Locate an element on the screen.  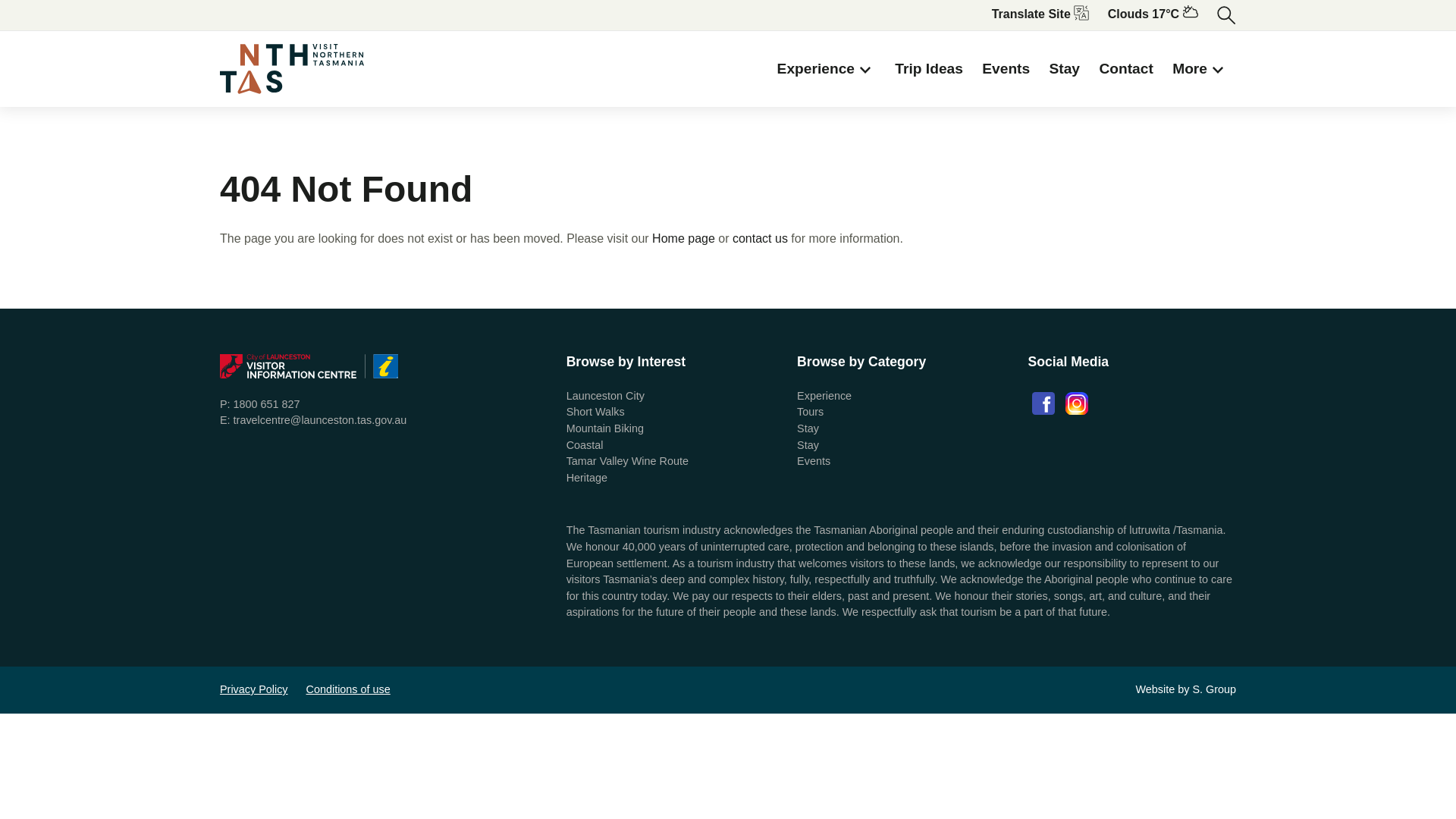
'Mountain Biking' is located at coordinates (604, 428).